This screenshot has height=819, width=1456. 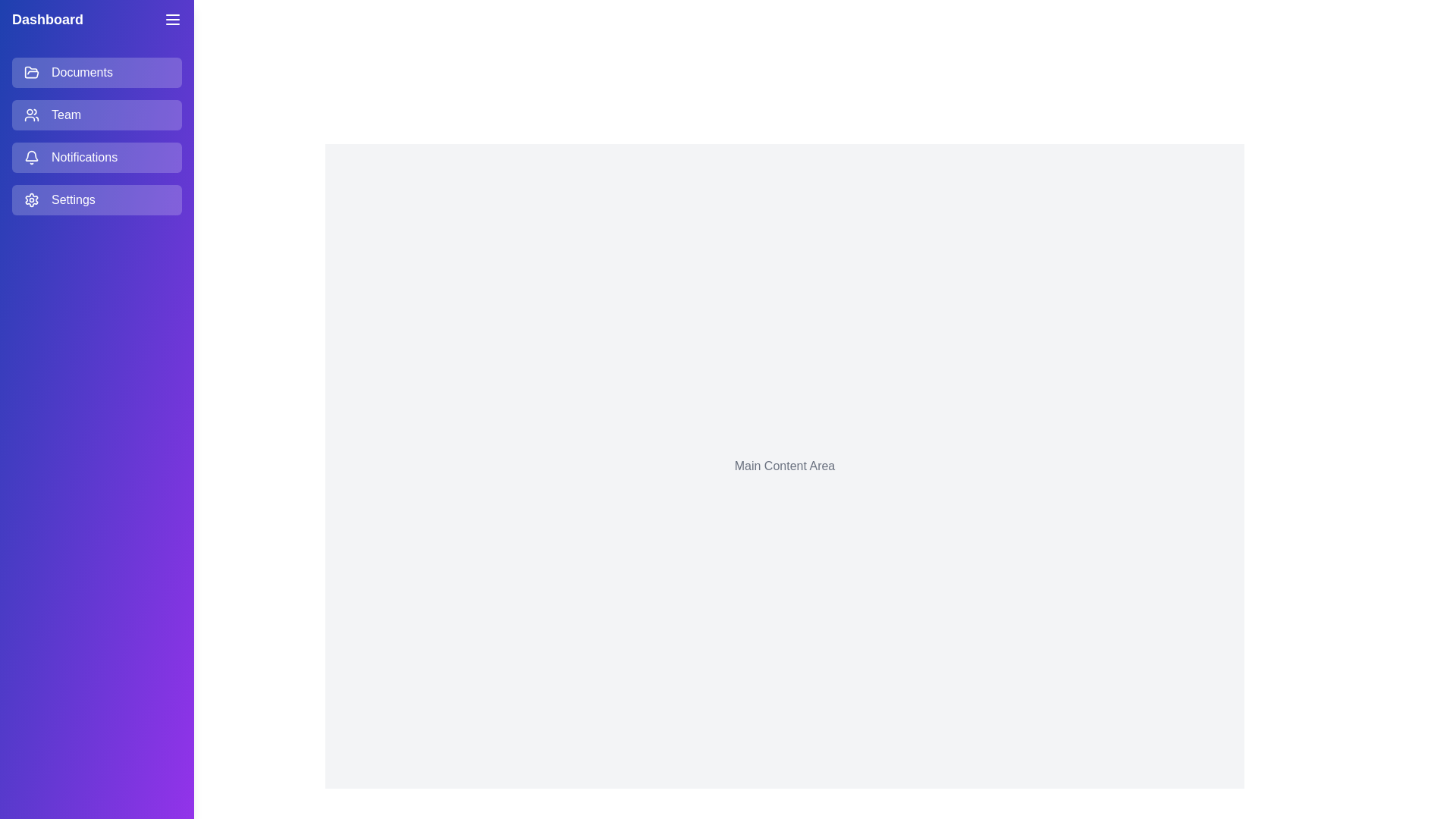 I want to click on the menu item Documents from the list, so click(x=96, y=73).